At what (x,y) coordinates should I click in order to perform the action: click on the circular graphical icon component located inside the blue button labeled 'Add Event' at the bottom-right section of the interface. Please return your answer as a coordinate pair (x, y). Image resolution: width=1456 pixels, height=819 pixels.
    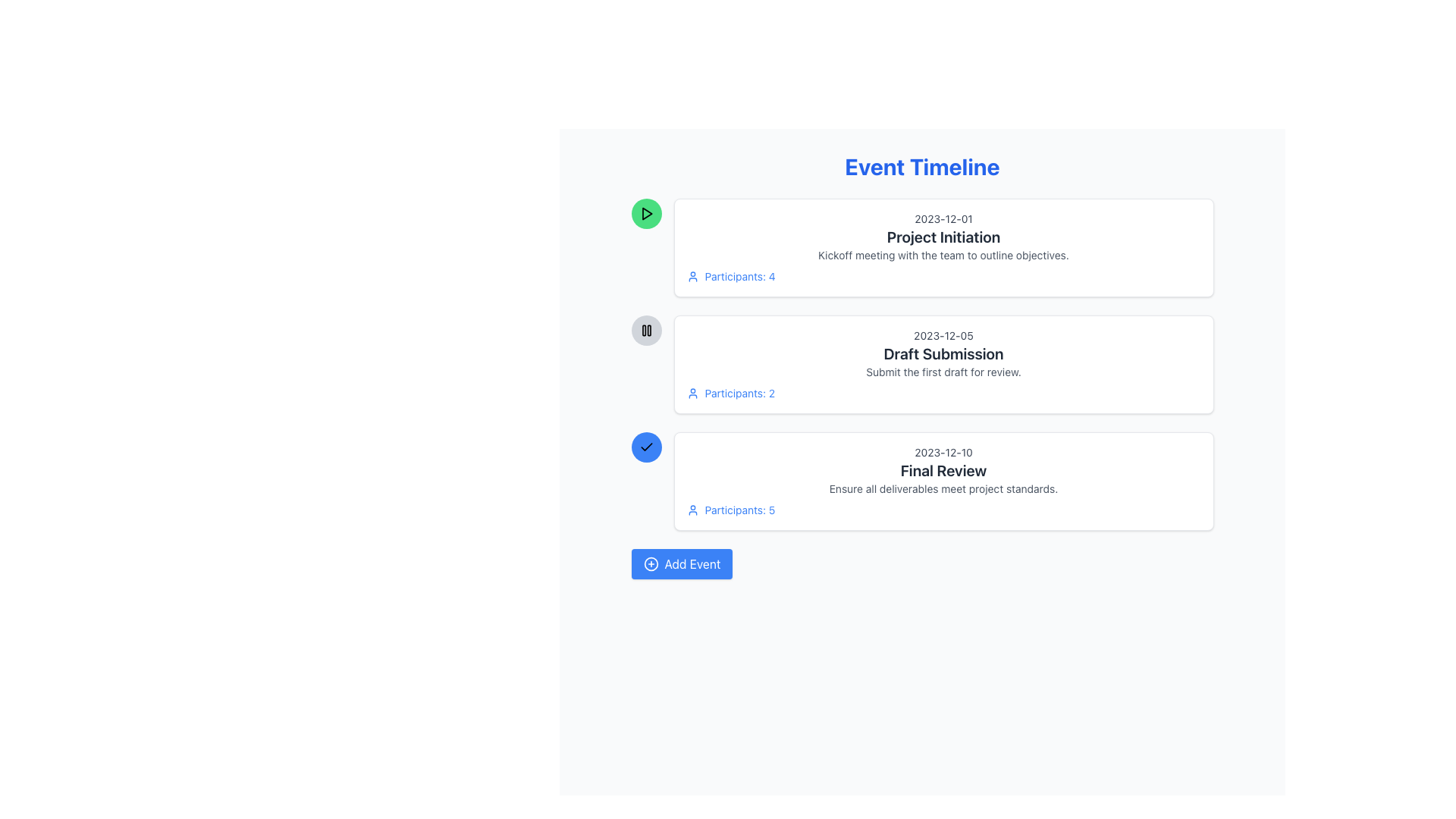
    Looking at the image, I should click on (651, 564).